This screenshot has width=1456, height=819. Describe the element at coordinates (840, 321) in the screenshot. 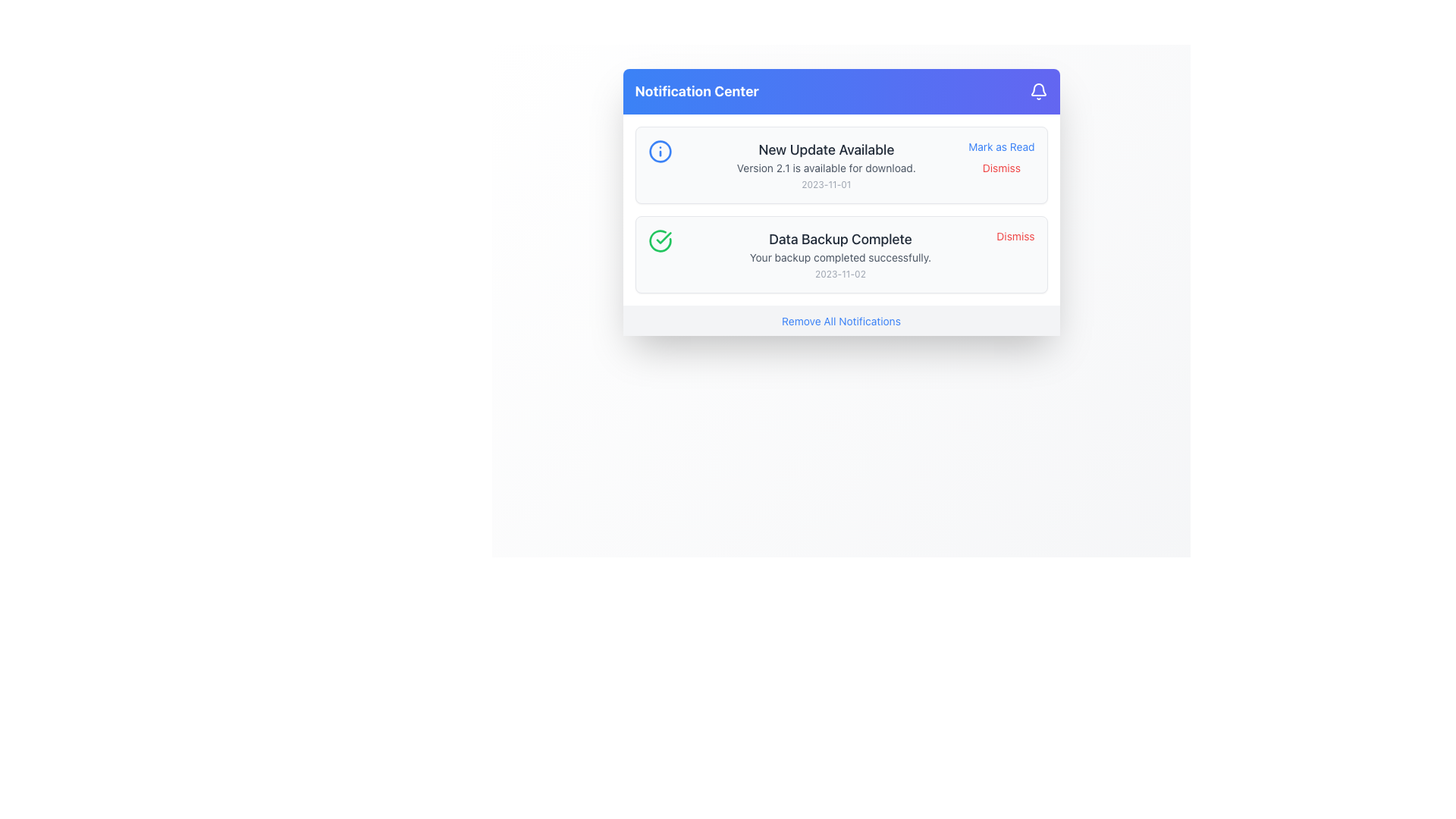

I see `the text link styled as an interactive button located at the bottom of the notification panel to clear all notifications` at that location.